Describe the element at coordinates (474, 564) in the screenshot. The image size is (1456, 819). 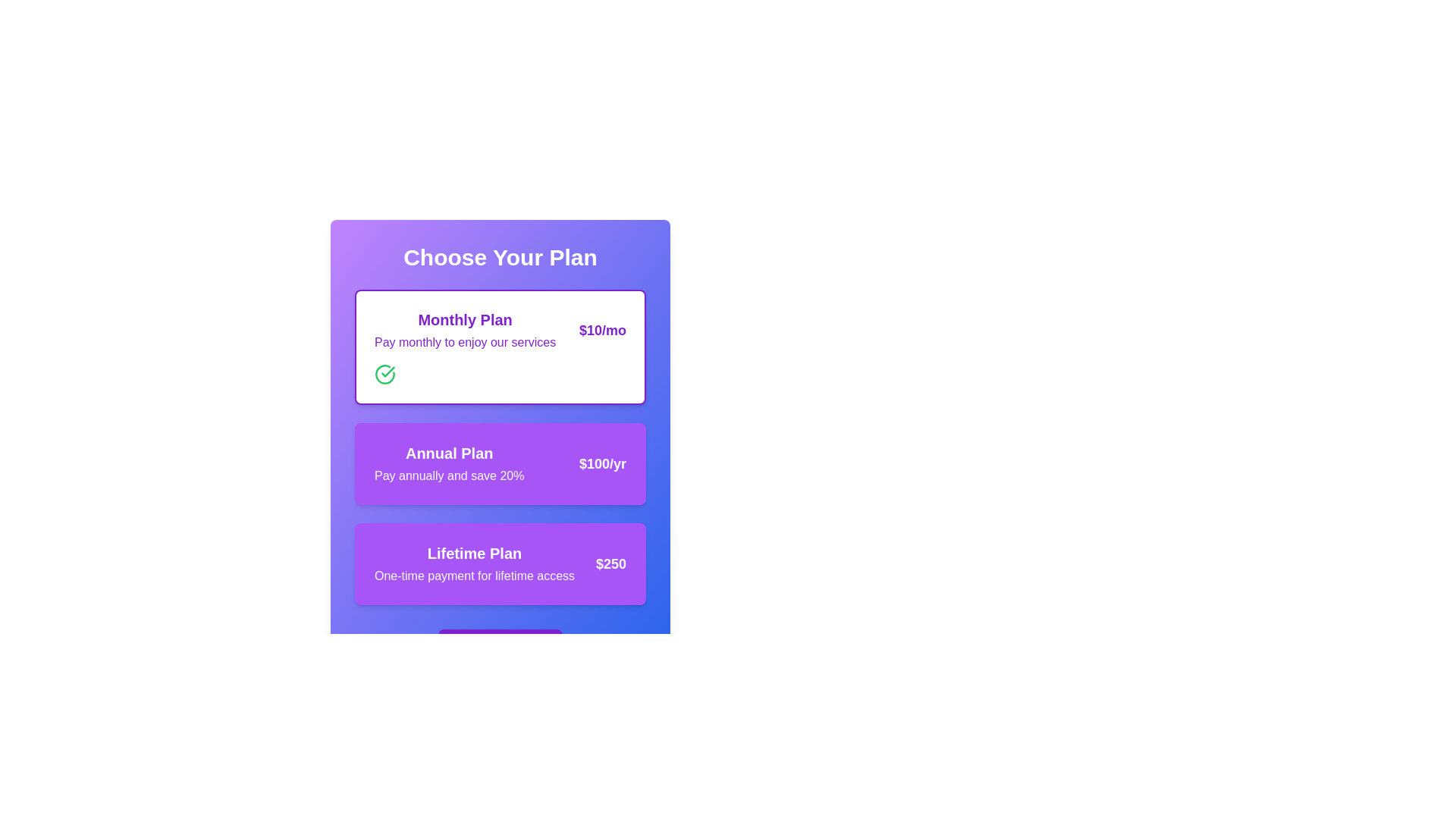
I see `the 'Lifetime Plan' text label, which is the third item in a vertically arranged list of plans, displaying 'Lifetime Plan' in bold on a purple background` at that location.